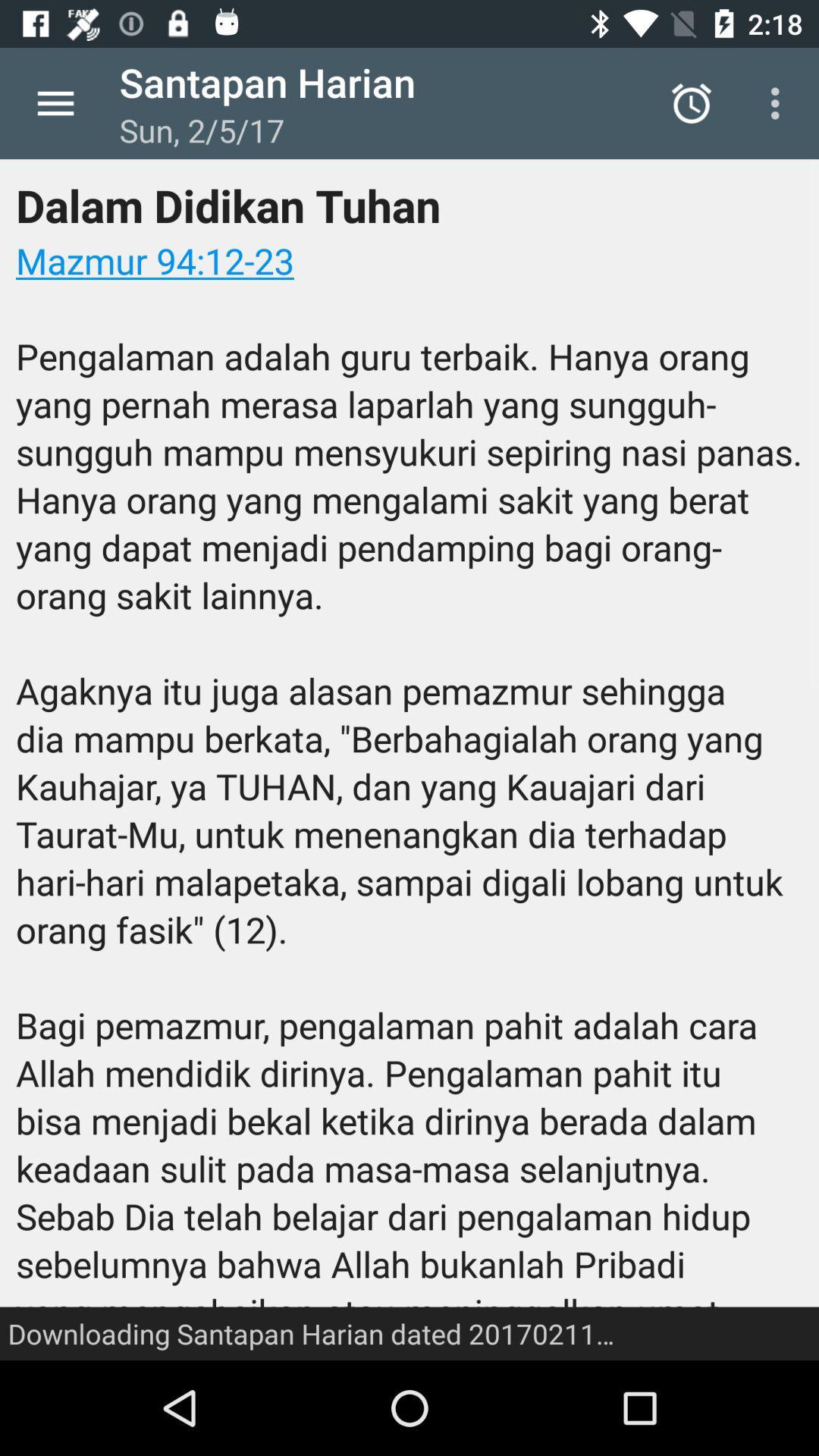  Describe the element at coordinates (409, 760) in the screenshot. I see `dalam didikan tuhan item` at that location.